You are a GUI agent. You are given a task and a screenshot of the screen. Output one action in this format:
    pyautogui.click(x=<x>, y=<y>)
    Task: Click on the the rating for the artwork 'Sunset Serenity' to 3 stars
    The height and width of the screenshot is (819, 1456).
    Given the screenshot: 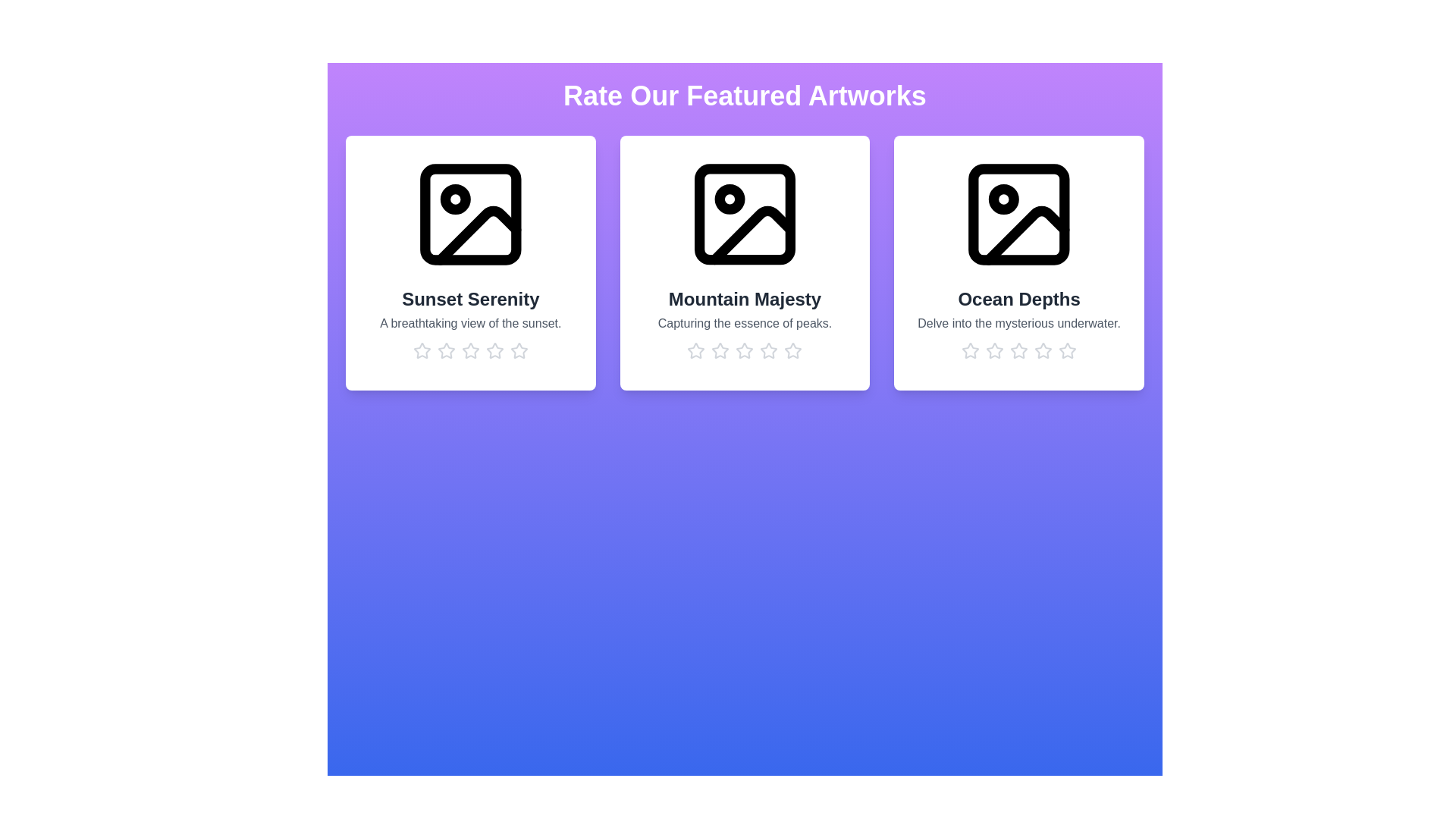 What is the action you would take?
    pyautogui.click(x=469, y=350)
    